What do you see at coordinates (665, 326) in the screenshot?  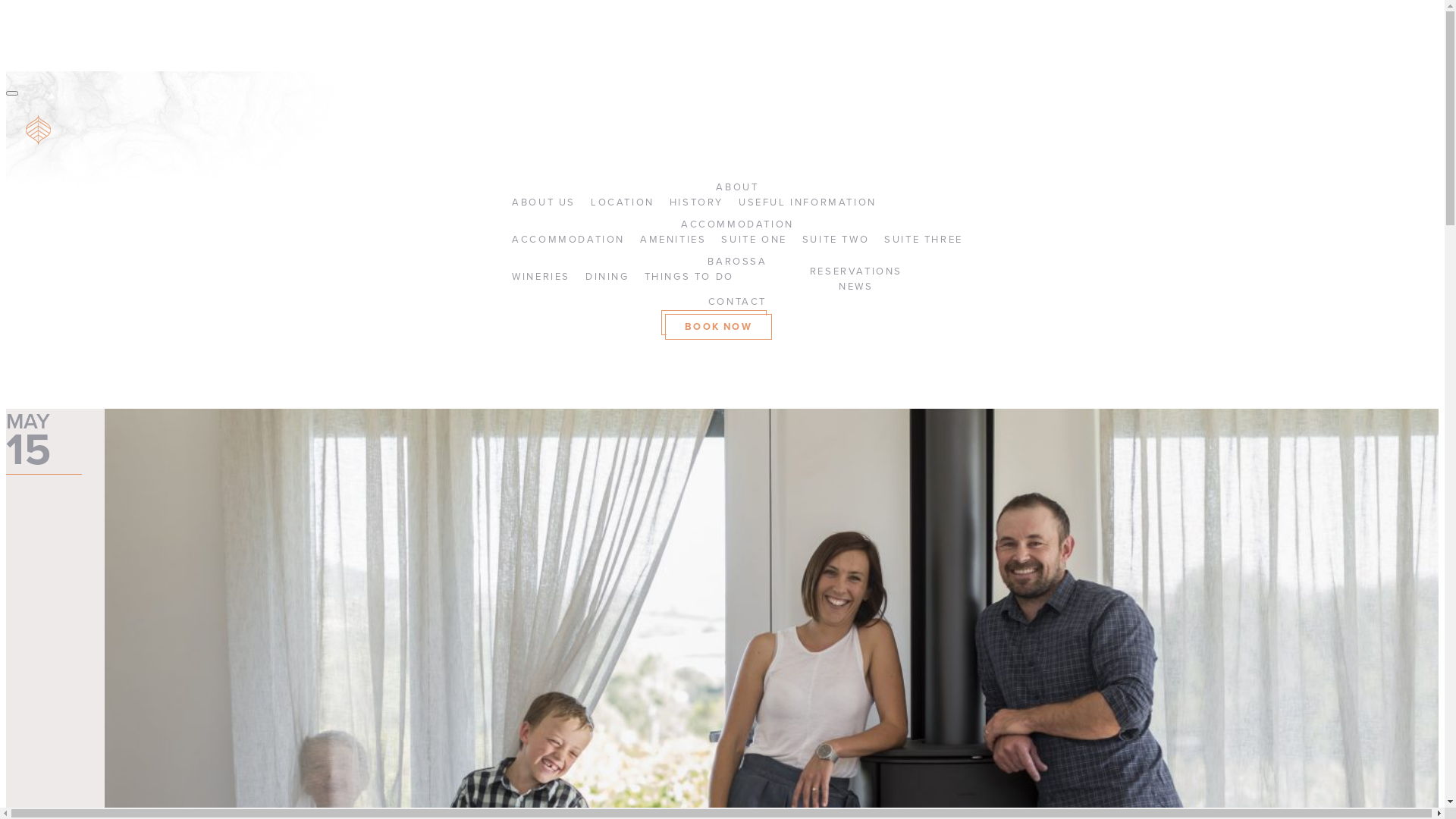 I see `'BOOK NOW'` at bounding box center [665, 326].